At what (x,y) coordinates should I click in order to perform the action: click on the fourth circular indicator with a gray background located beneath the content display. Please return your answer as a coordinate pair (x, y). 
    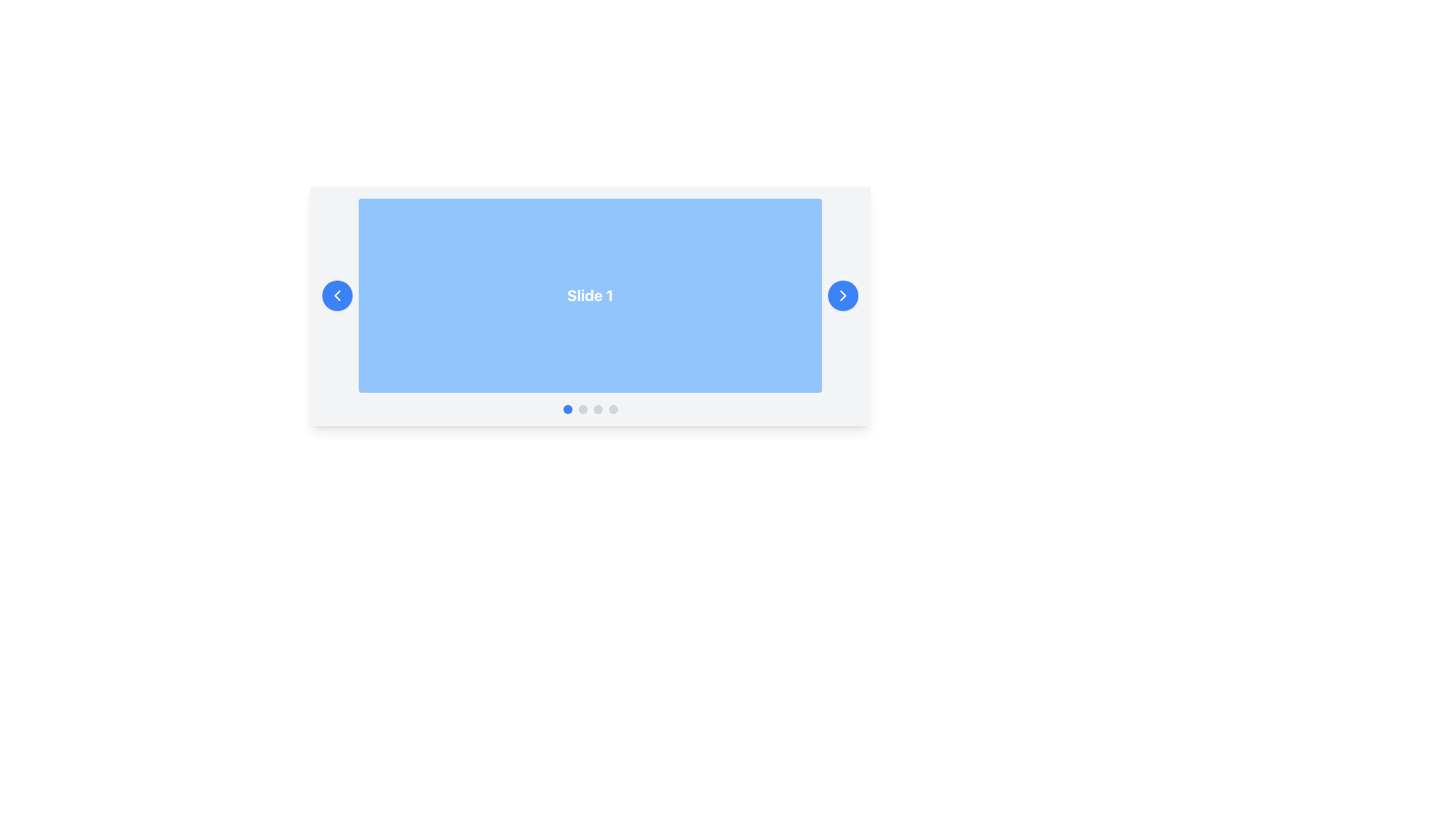
    Looking at the image, I should click on (613, 409).